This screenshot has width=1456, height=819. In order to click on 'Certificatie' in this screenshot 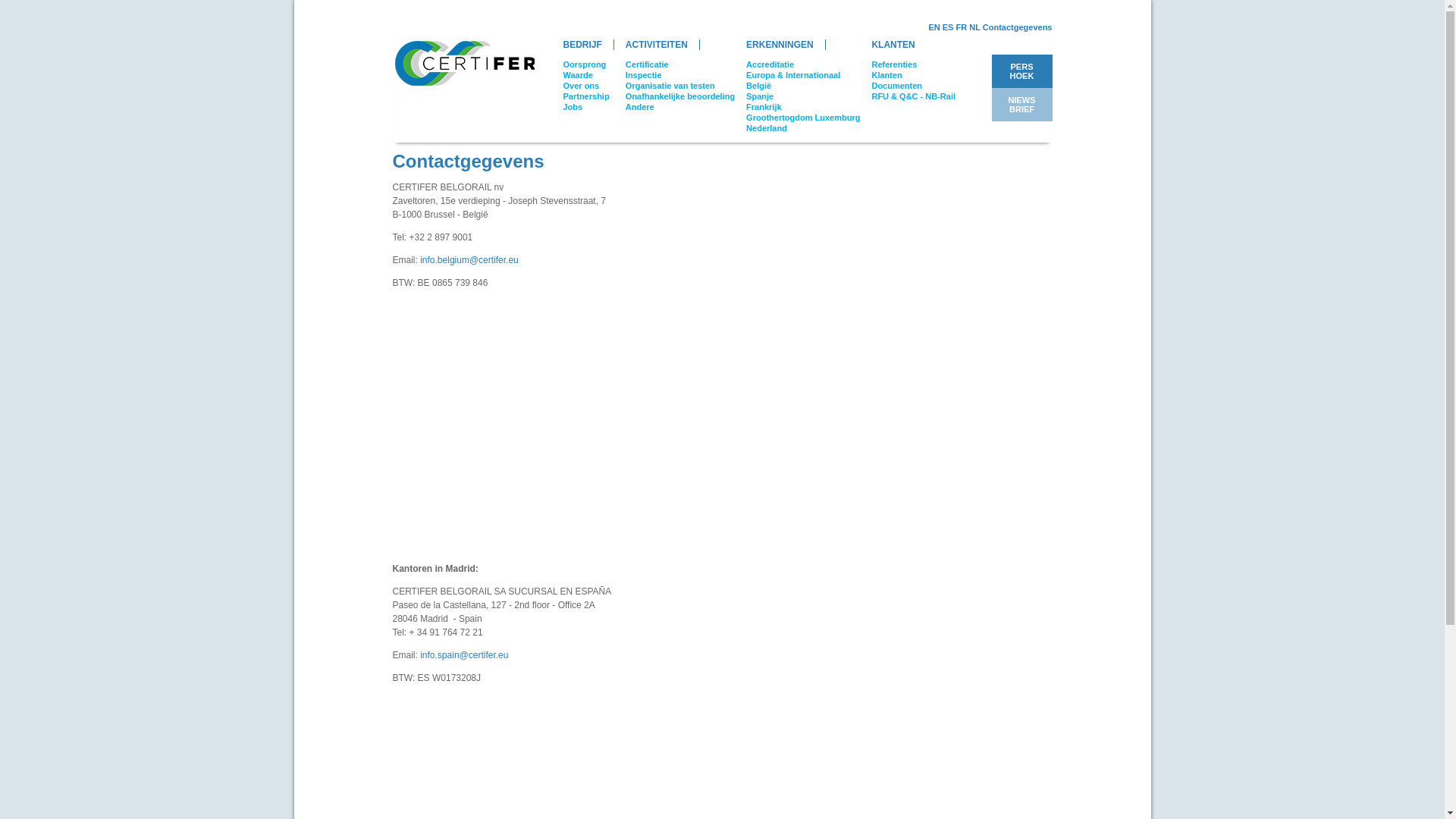, I will do `click(647, 63)`.